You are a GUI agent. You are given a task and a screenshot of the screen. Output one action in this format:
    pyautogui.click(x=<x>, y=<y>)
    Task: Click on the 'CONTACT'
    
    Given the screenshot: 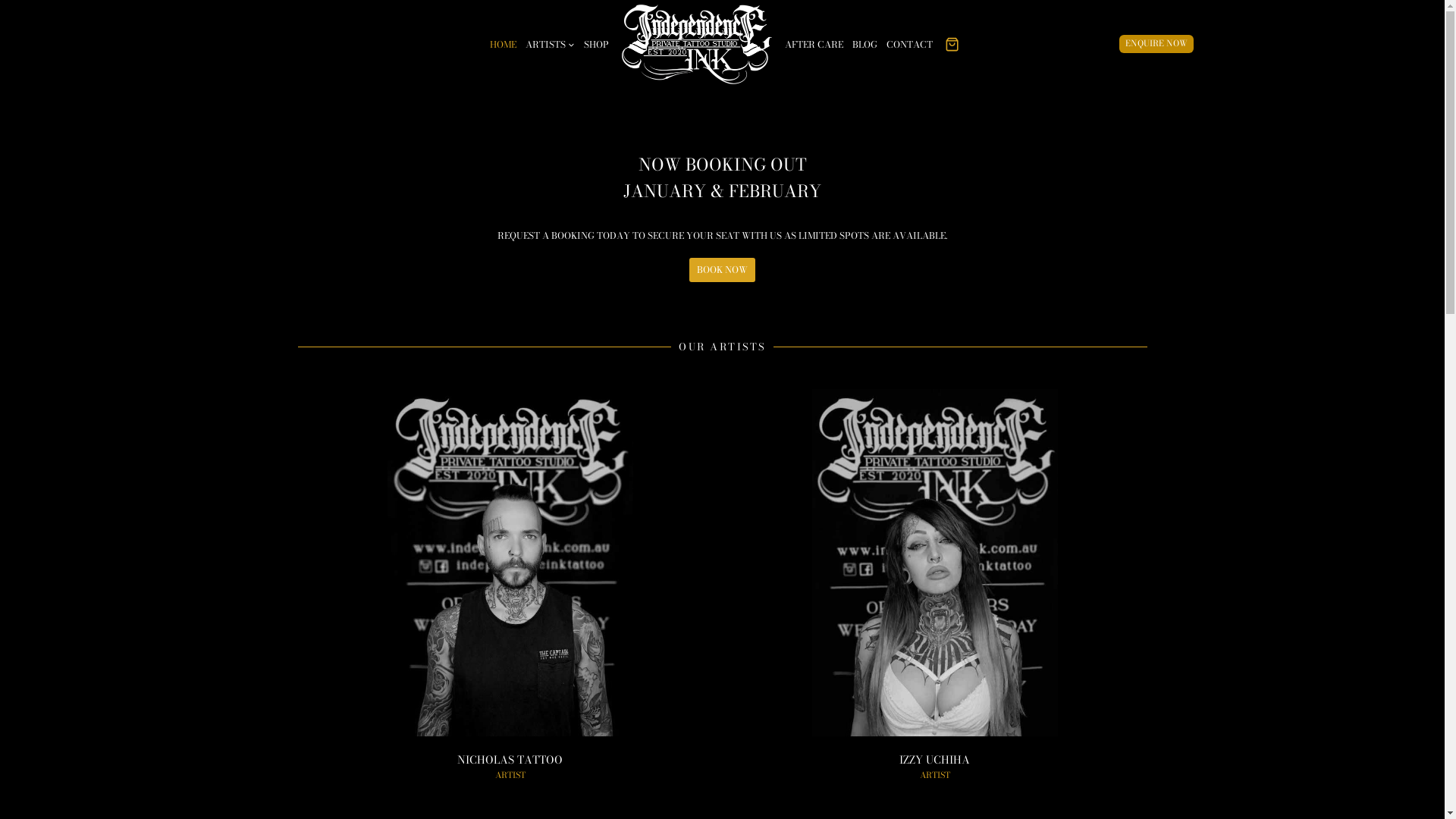 What is the action you would take?
    pyautogui.click(x=909, y=42)
    